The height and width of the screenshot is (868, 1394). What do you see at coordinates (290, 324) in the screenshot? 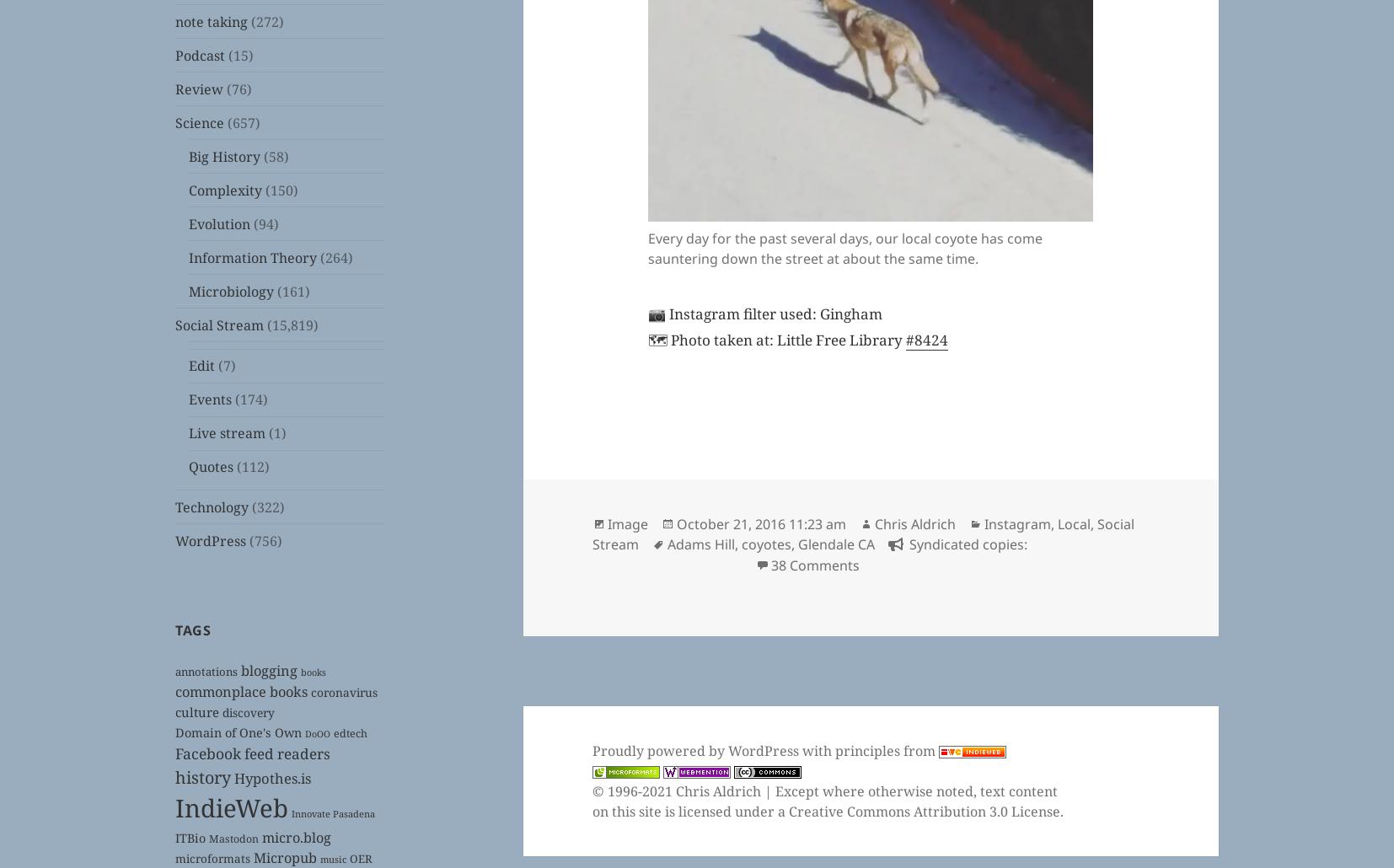
I see `'(15,819)'` at bounding box center [290, 324].